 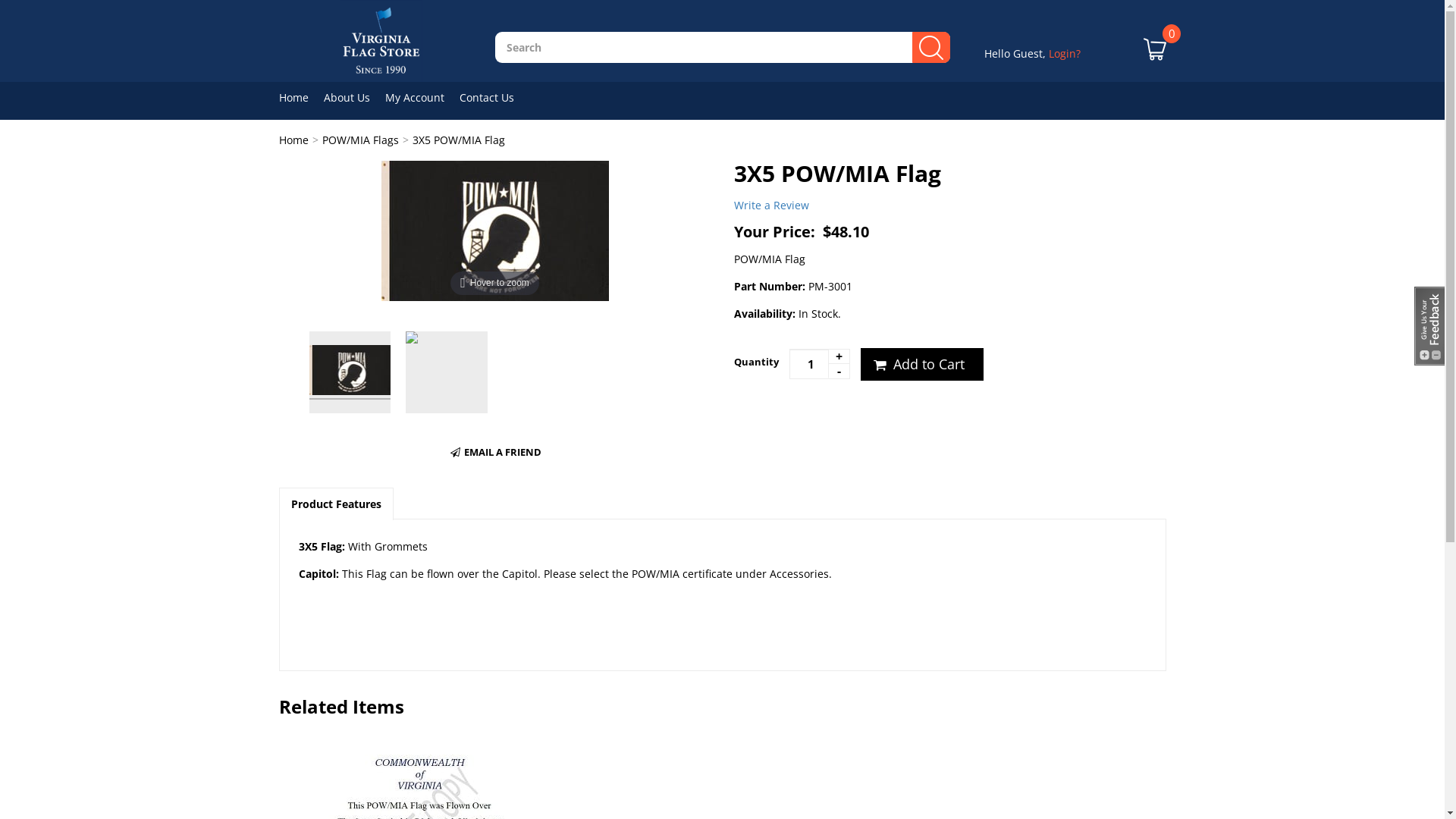 What do you see at coordinates (494, 451) in the screenshot?
I see `'EMAIL A FRIEND'` at bounding box center [494, 451].